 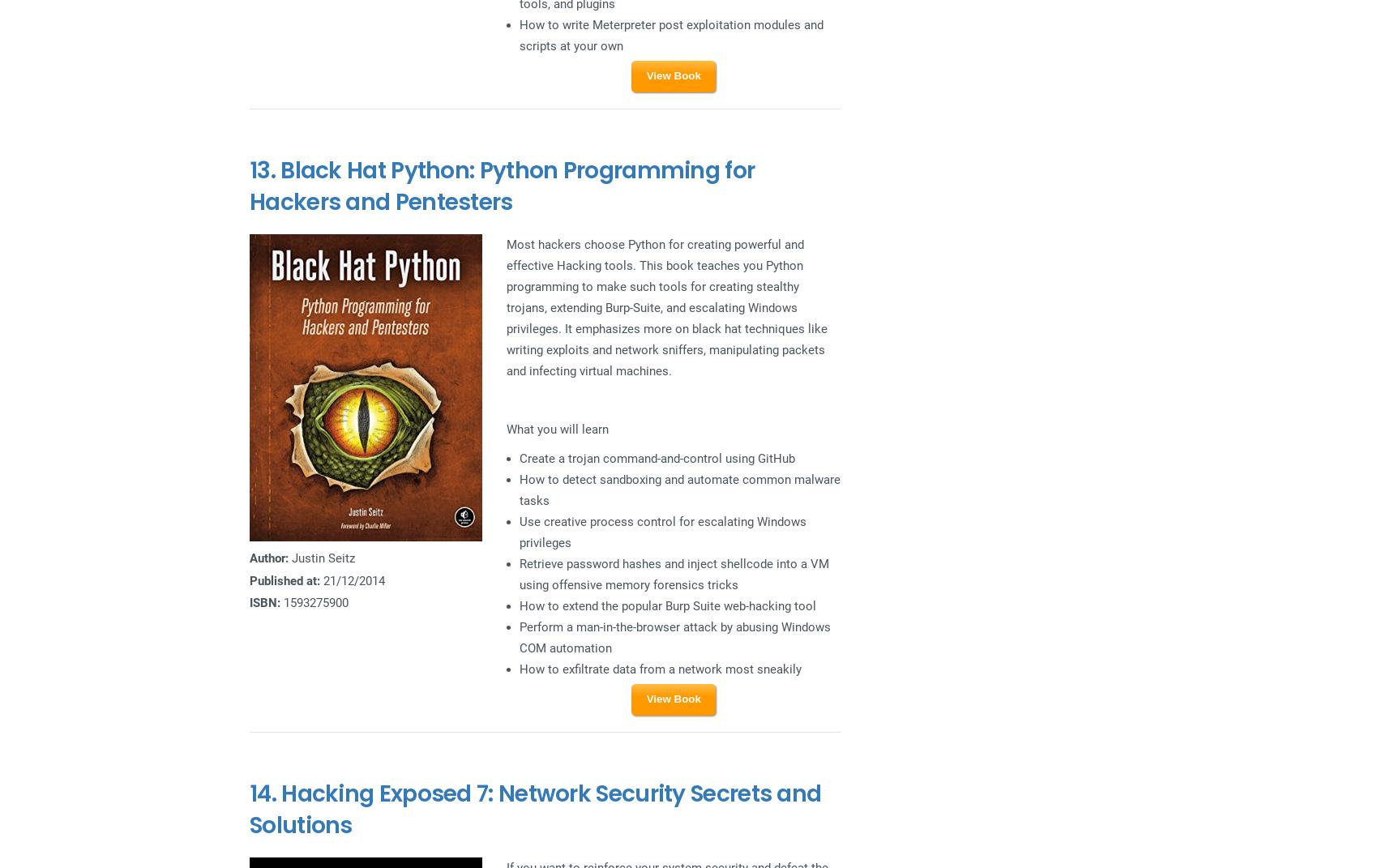 I want to click on 'What you will learn', so click(x=555, y=427).